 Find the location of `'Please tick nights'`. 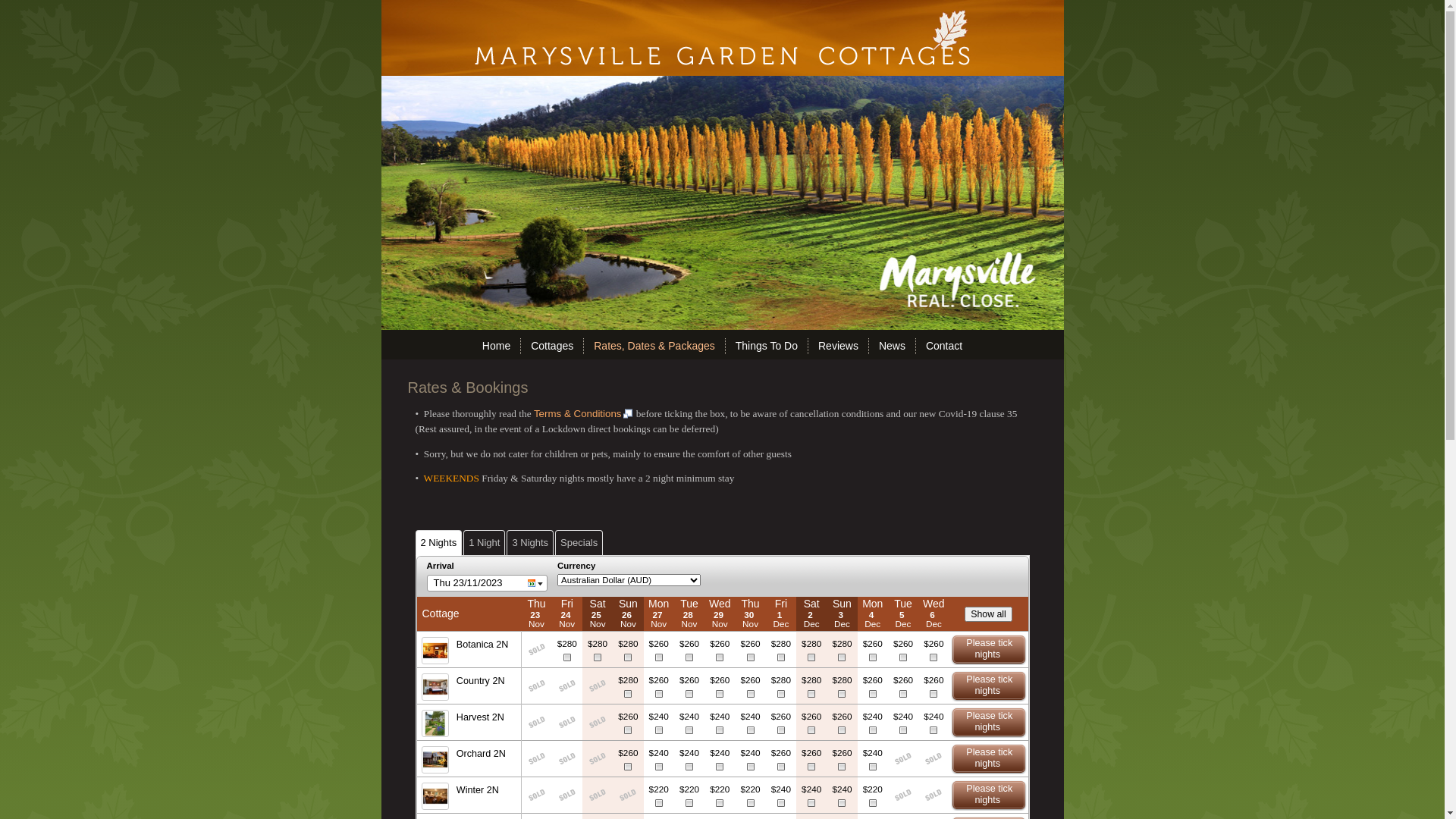

'Please tick nights' is located at coordinates (989, 648).